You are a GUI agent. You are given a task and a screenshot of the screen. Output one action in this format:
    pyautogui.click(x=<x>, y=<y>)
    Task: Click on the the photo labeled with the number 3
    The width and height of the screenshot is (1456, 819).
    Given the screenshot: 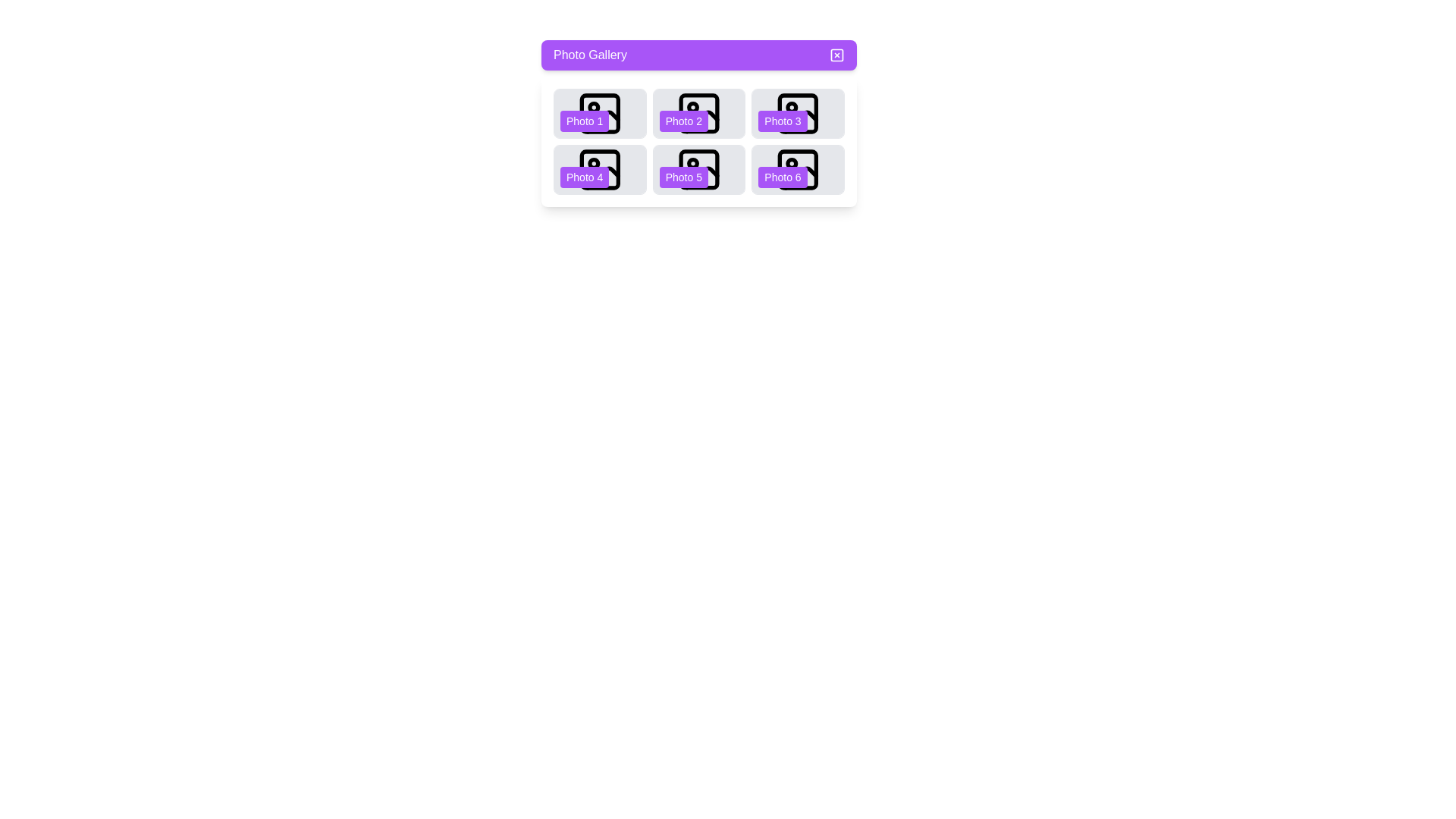 What is the action you would take?
    pyautogui.click(x=797, y=113)
    